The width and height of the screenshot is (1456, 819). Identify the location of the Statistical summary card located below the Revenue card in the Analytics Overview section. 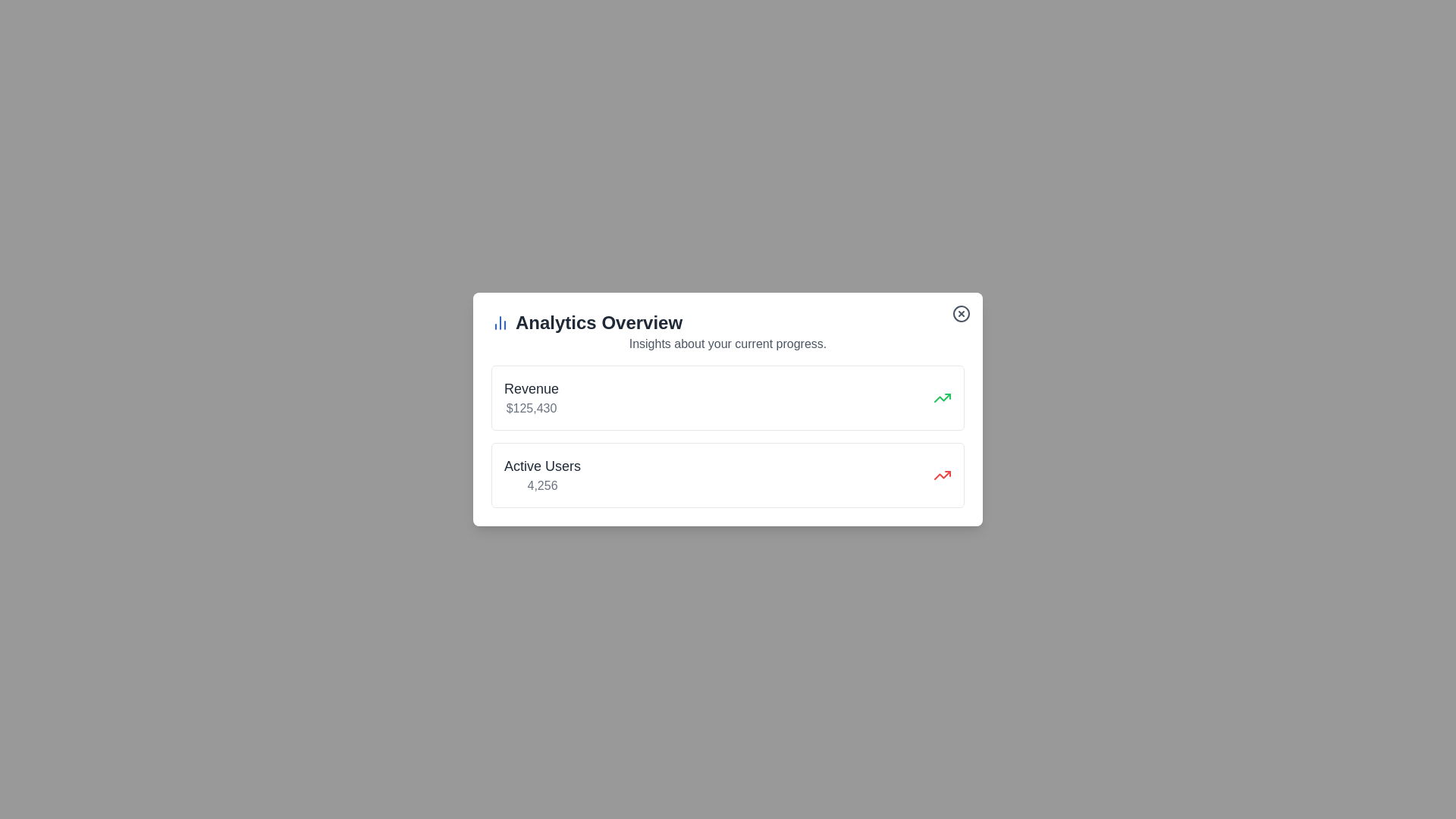
(728, 475).